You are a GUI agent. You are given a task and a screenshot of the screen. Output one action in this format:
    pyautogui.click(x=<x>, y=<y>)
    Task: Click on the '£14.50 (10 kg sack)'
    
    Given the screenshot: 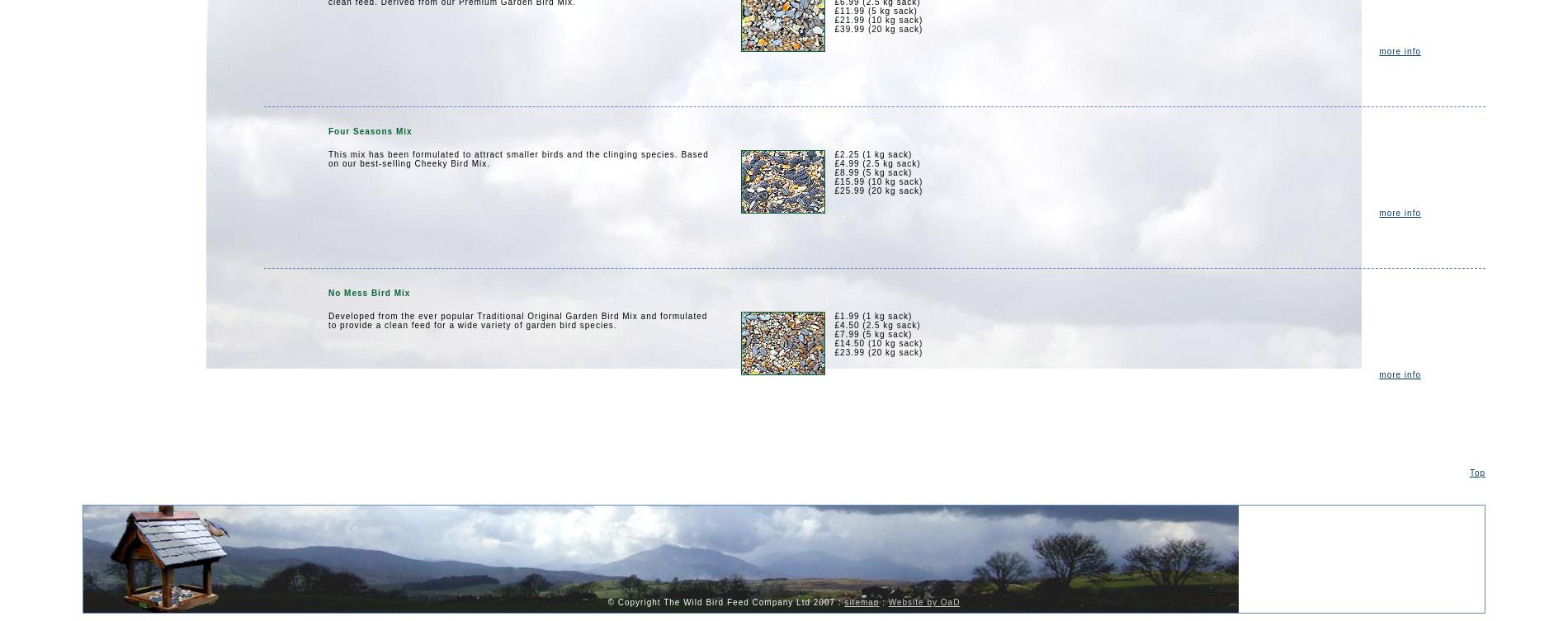 What is the action you would take?
    pyautogui.click(x=878, y=342)
    